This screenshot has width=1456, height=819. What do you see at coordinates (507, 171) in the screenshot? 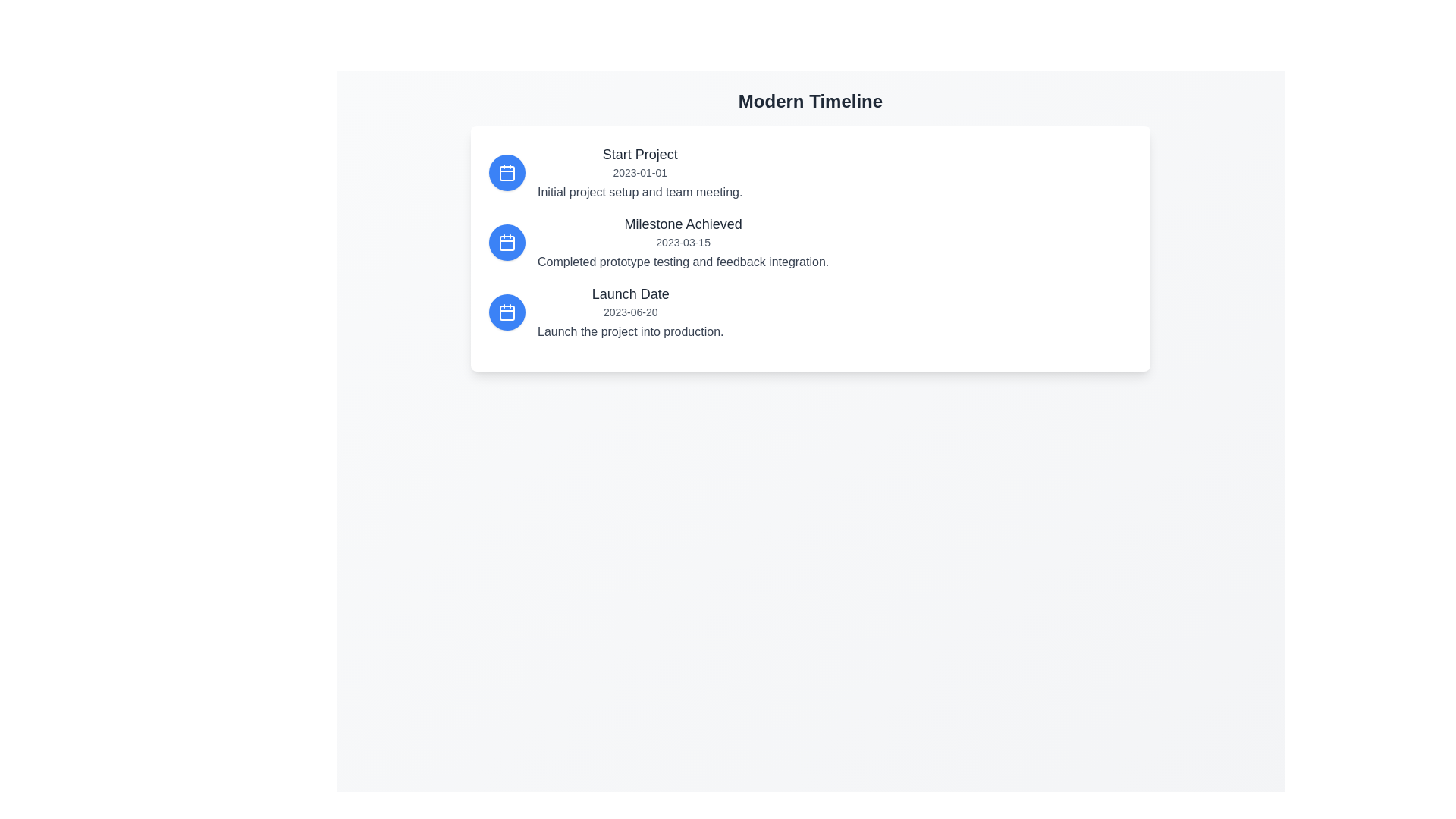
I see `the calendar icon, which is characterized by its rounded design, outlined strokes, and rectangular base, located within a blue circular button at the top of a vertical sequence of similar icons, to understand its association with the timeline events` at bounding box center [507, 171].